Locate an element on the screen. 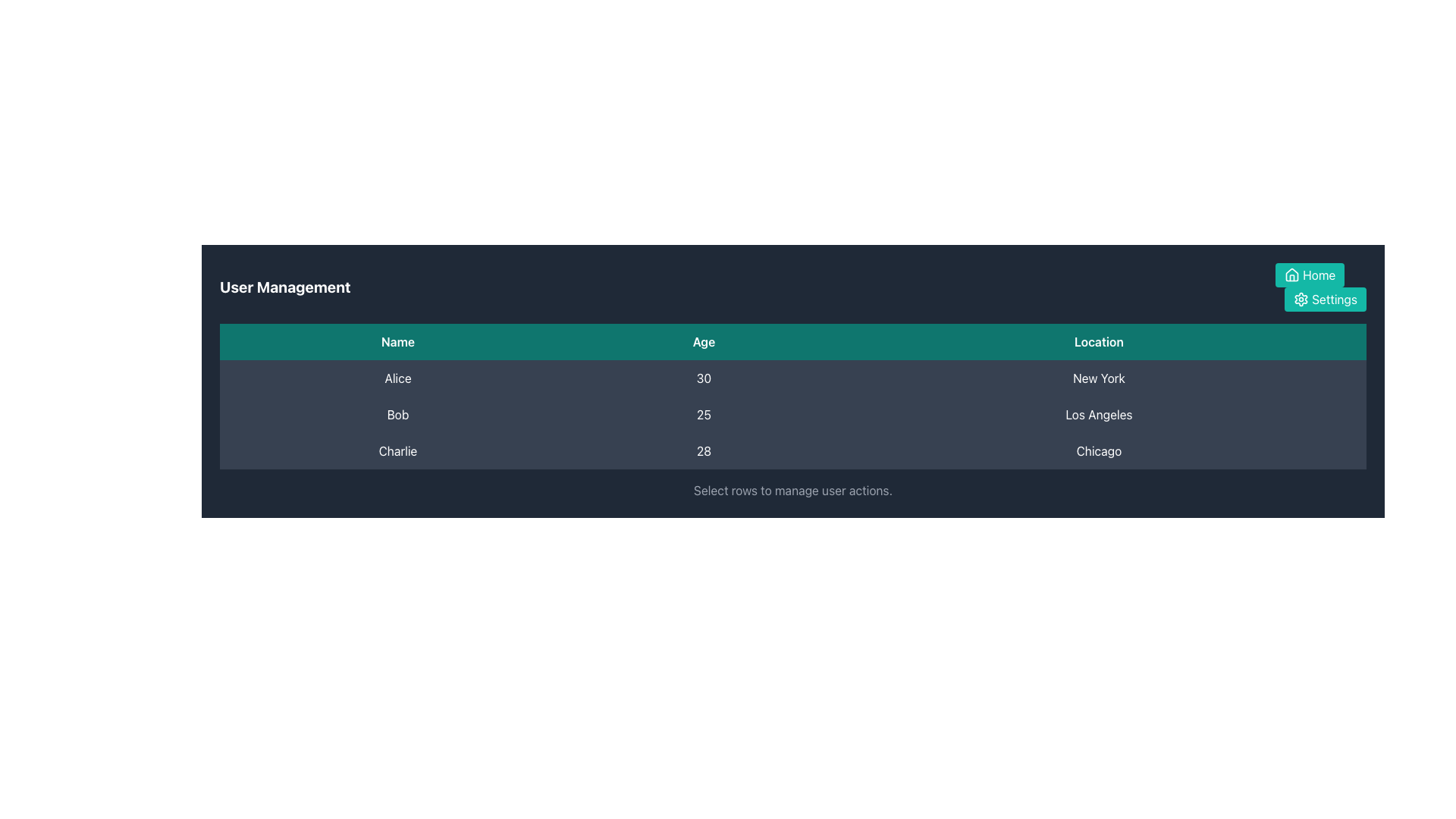 Image resolution: width=1456 pixels, height=819 pixels. the text display indicating 'Chicago', which is the third segment in the row labeled 'Charlie' and '28' is located at coordinates (1099, 450).